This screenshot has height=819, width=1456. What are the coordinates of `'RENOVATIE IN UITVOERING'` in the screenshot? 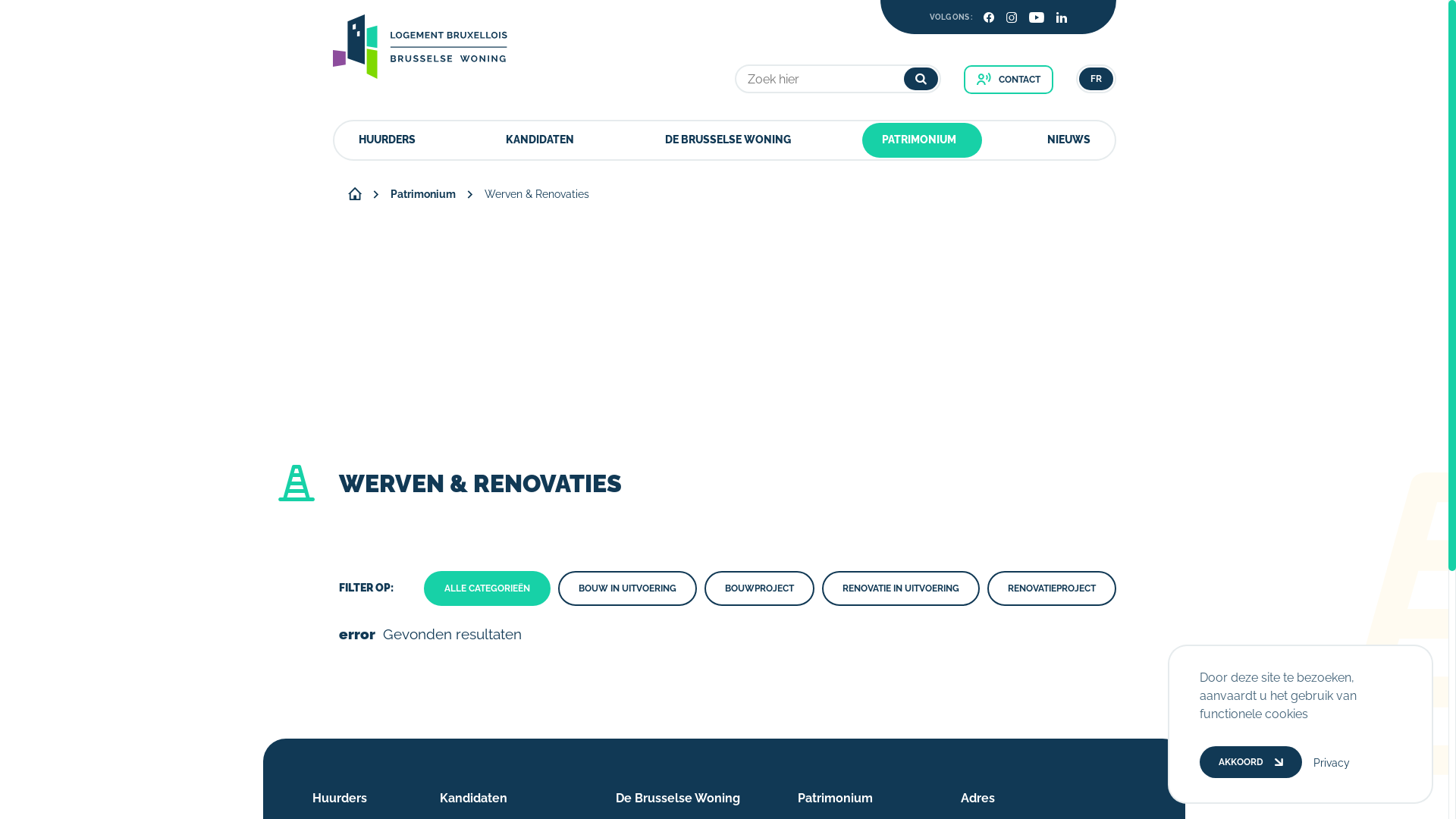 It's located at (901, 587).